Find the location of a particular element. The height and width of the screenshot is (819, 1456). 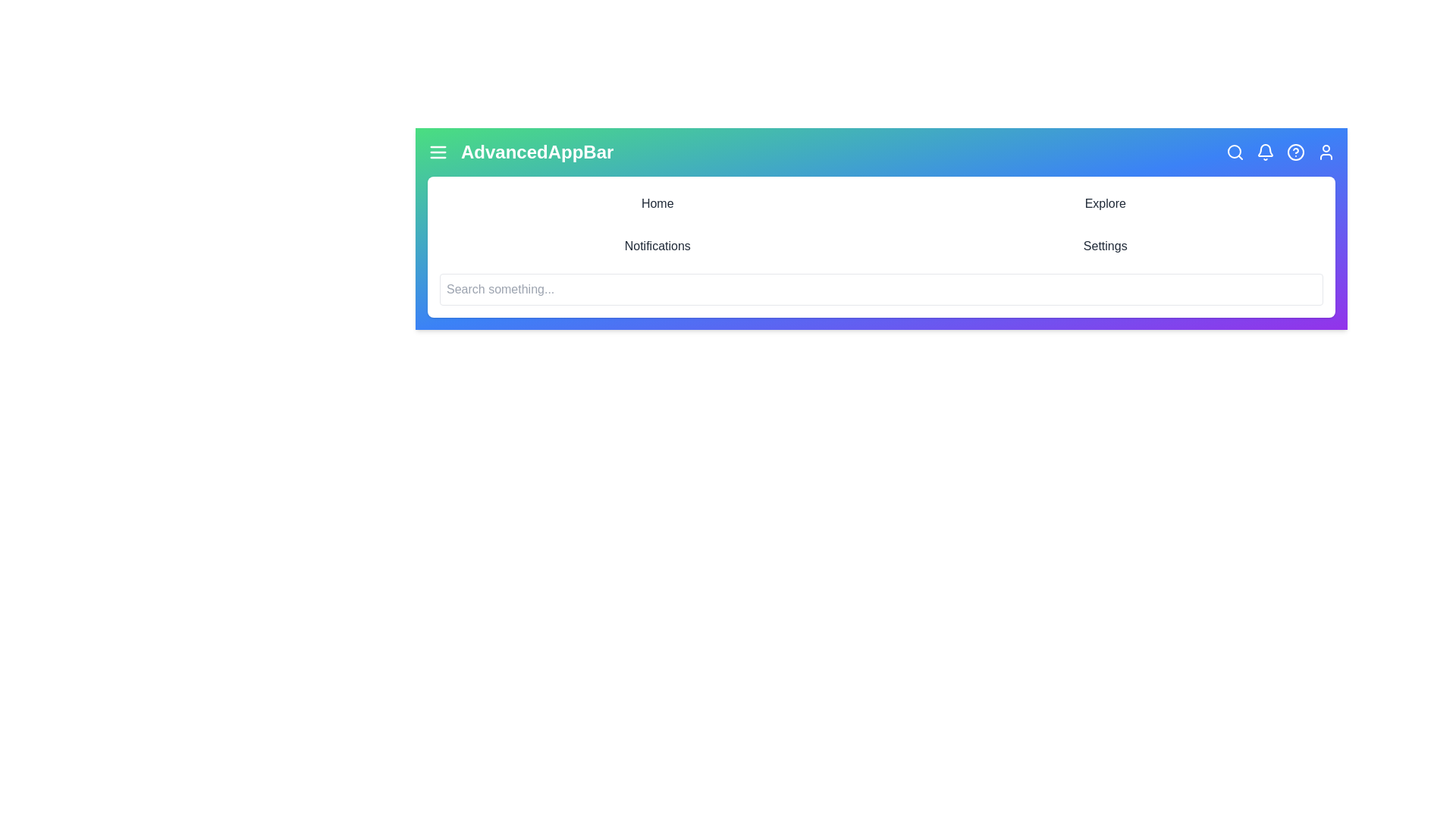

the menu item Explore to navigate to the corresponding section is located at coordinates (1105, 203).